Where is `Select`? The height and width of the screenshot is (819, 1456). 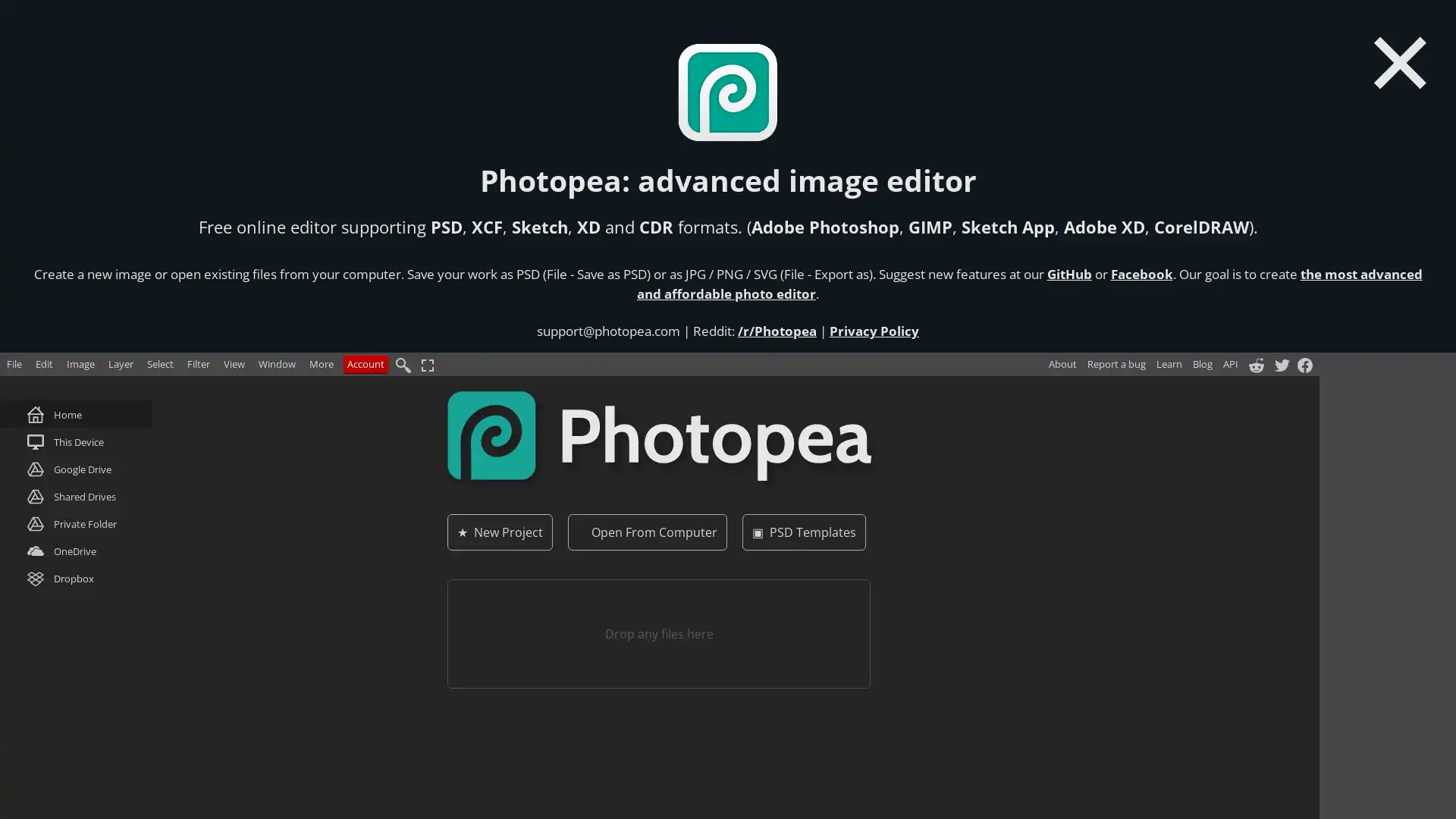
Select is located at coordinates (160, 11).